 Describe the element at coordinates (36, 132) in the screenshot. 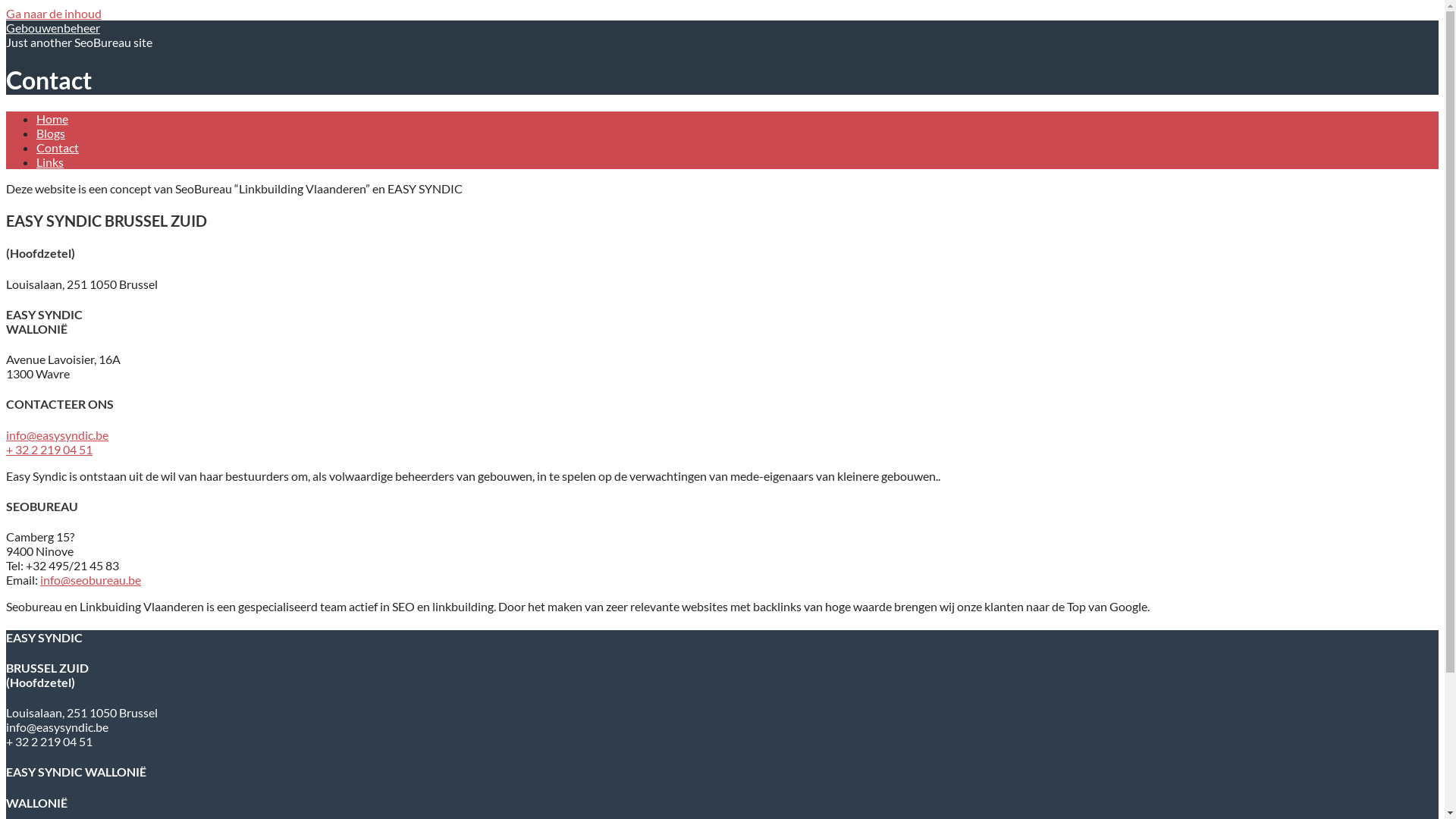

I see `'Blogs'` at that location.